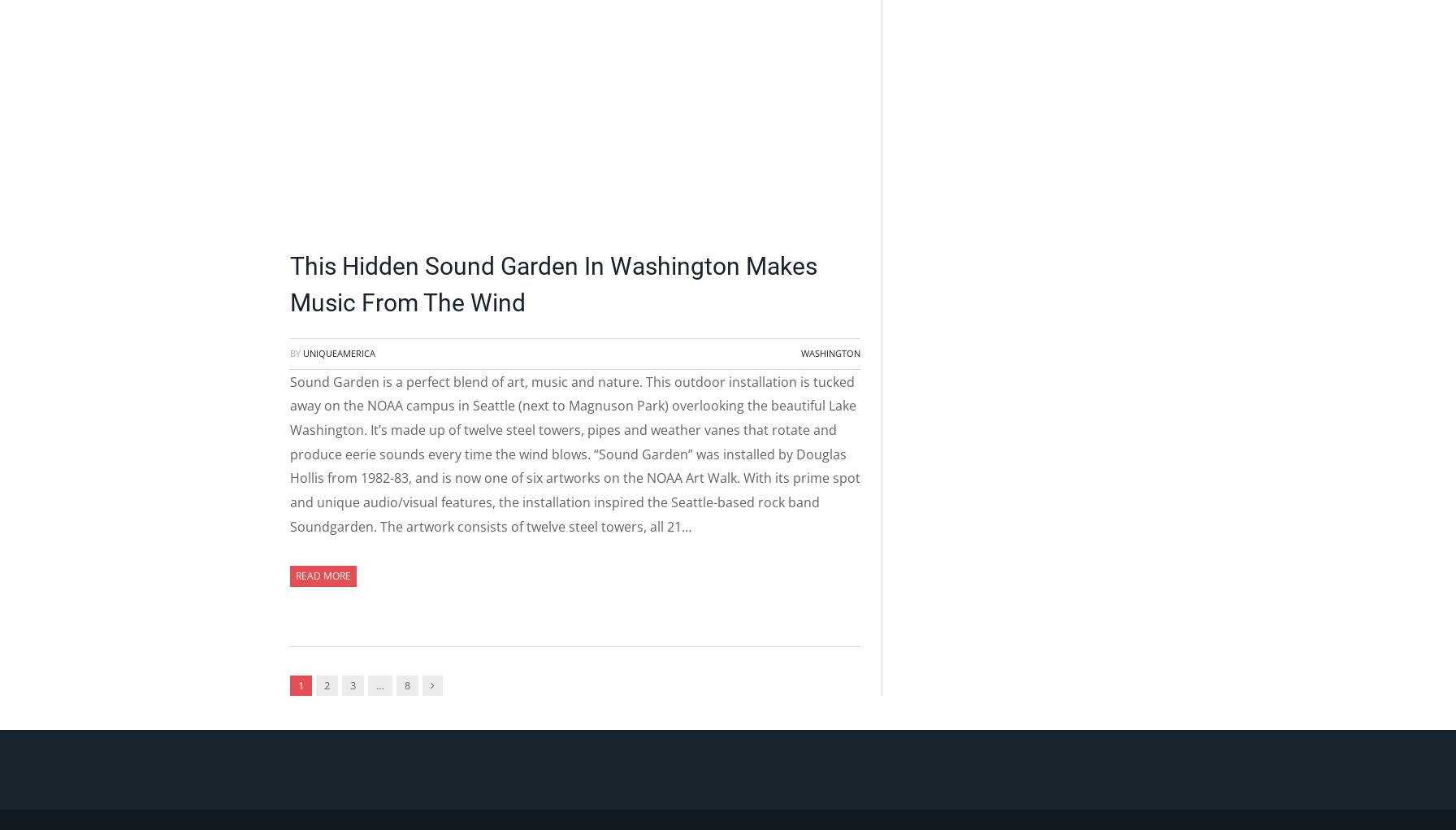 This screenshot has width=1456, height=830. Describe the element at coordinates (297, 353) in the screenshot. I see `'By'` at that location.